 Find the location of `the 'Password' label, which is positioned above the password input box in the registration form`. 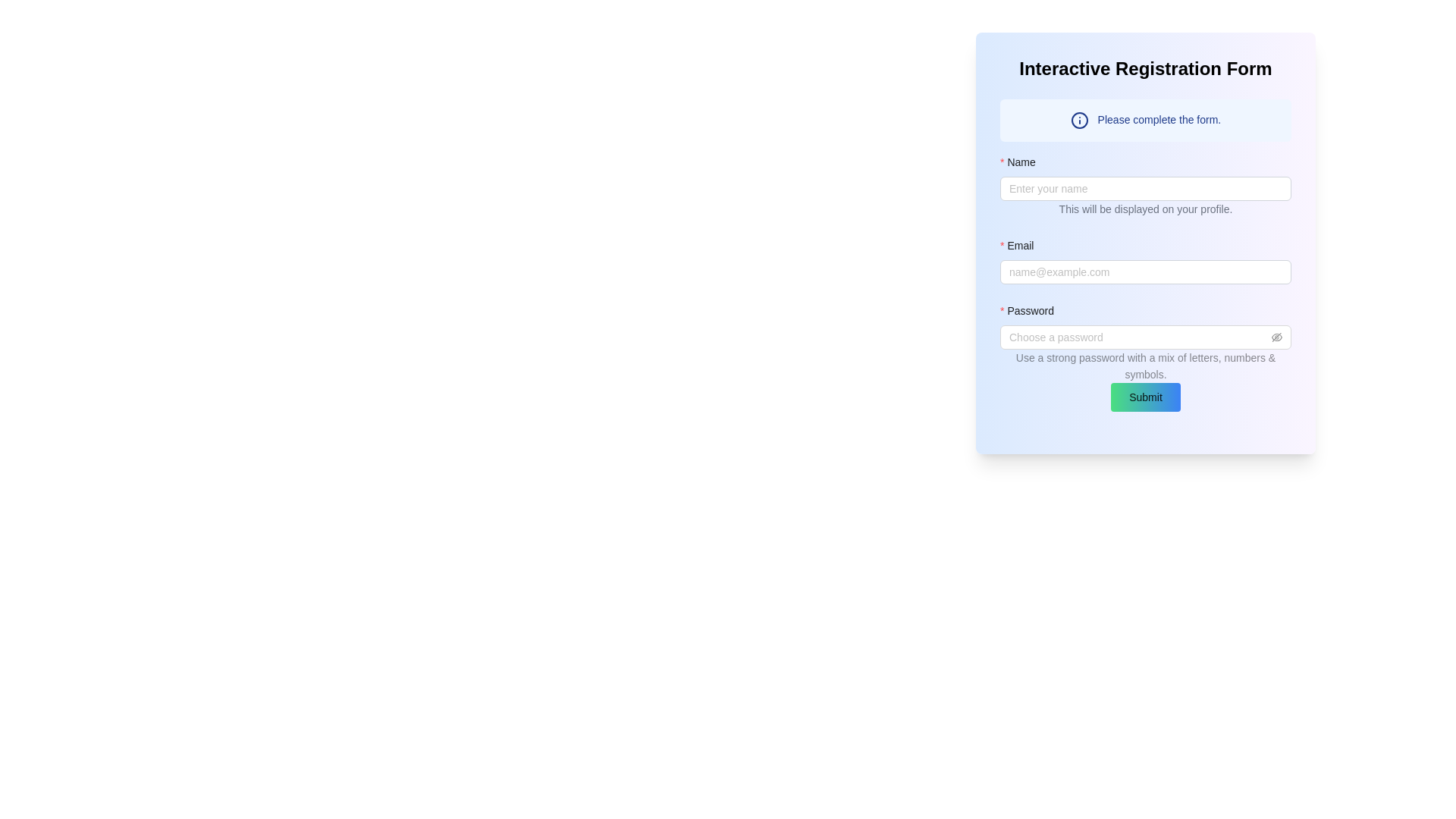

the 'Password' label, which is positioned above the password input box in the registration form is located at coordinates (1031, 310).